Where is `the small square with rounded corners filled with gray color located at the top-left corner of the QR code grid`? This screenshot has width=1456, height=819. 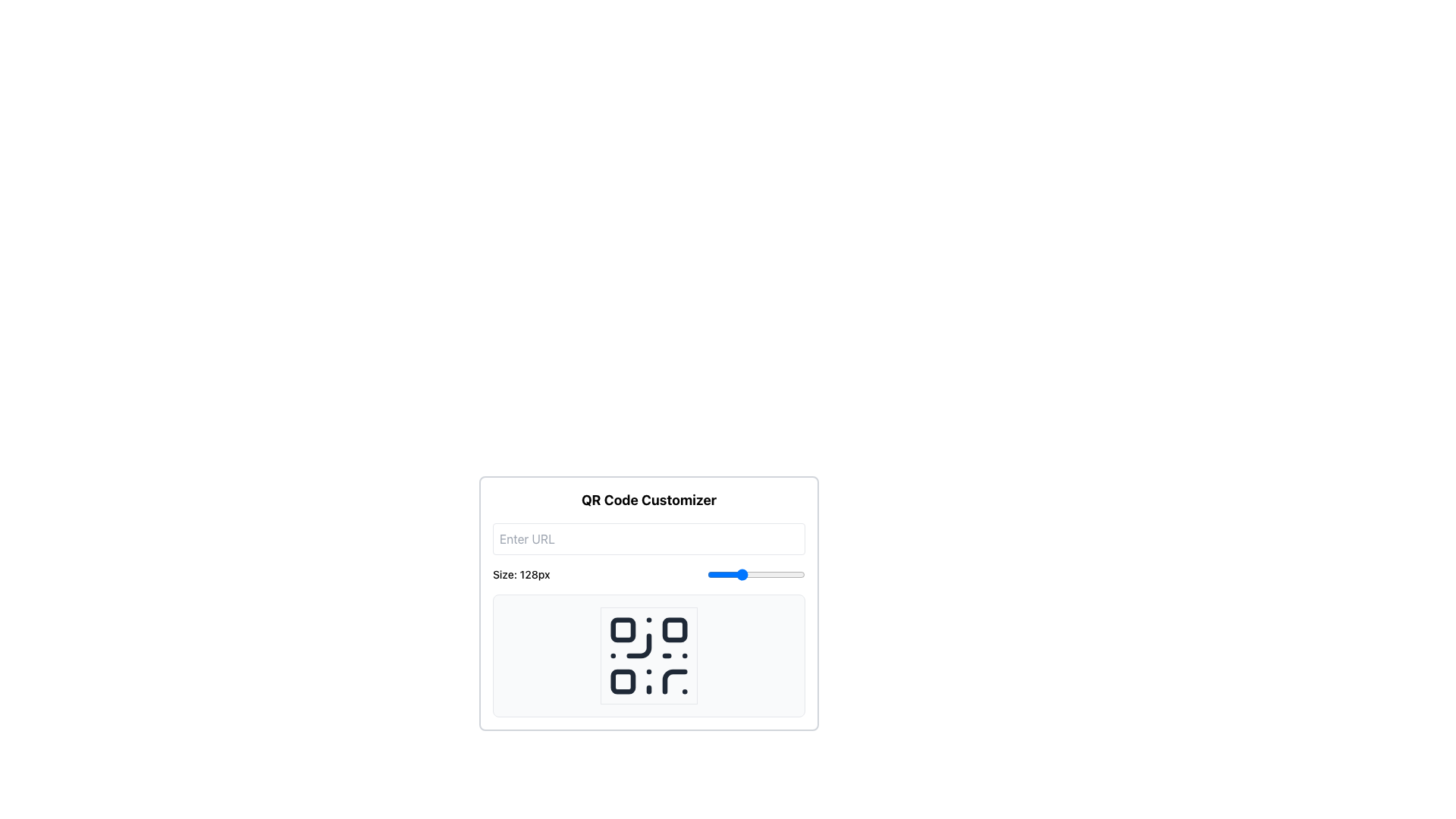
the small square with rounded corners filled with gray color located at the top-left corner of the QR code grid is located at coordinates (623, 629).